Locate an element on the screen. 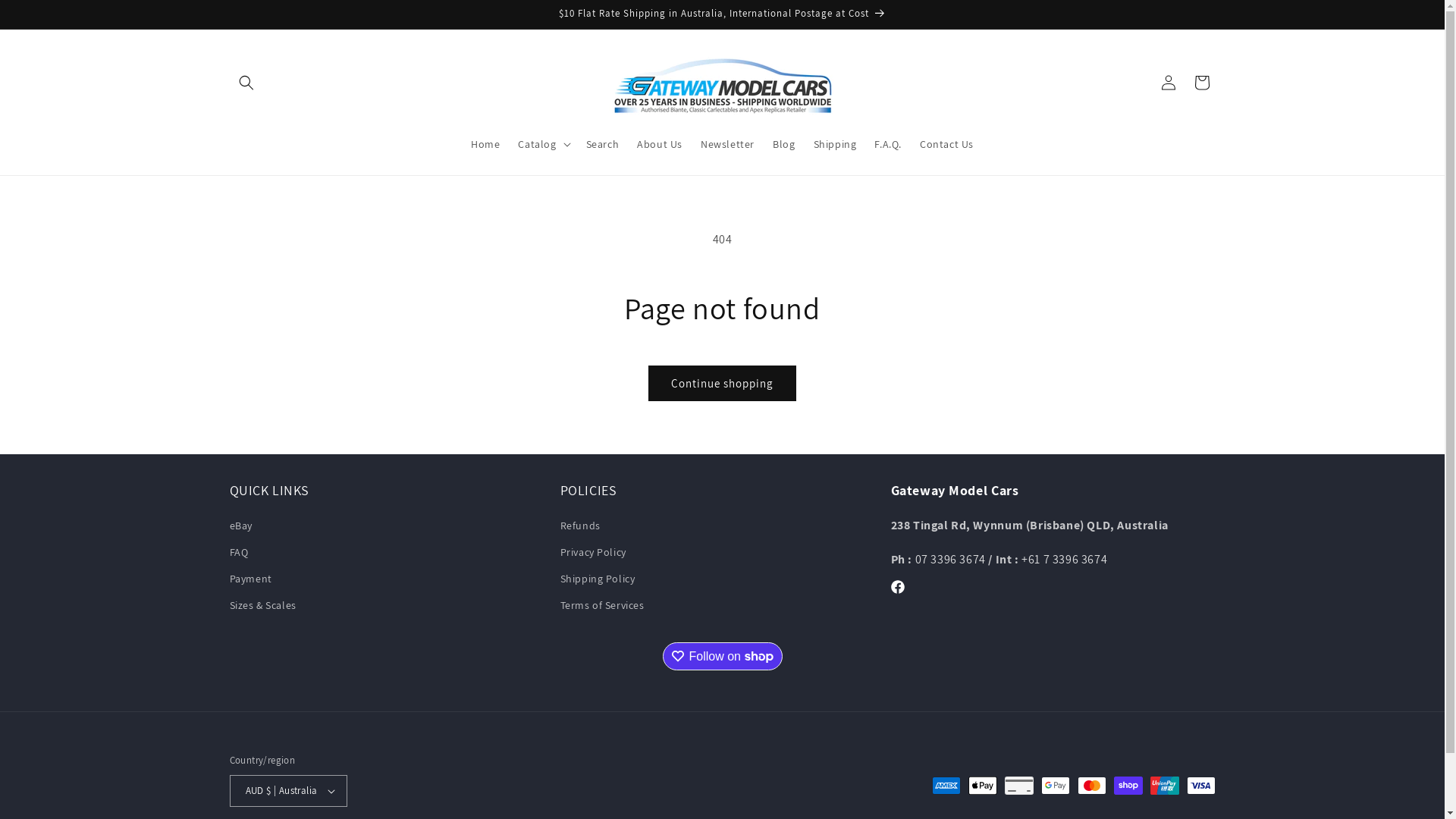 Image resolution: width=1456 pixels, height=819 pixels. 'Log in' is located at coordinates (1167, 82).